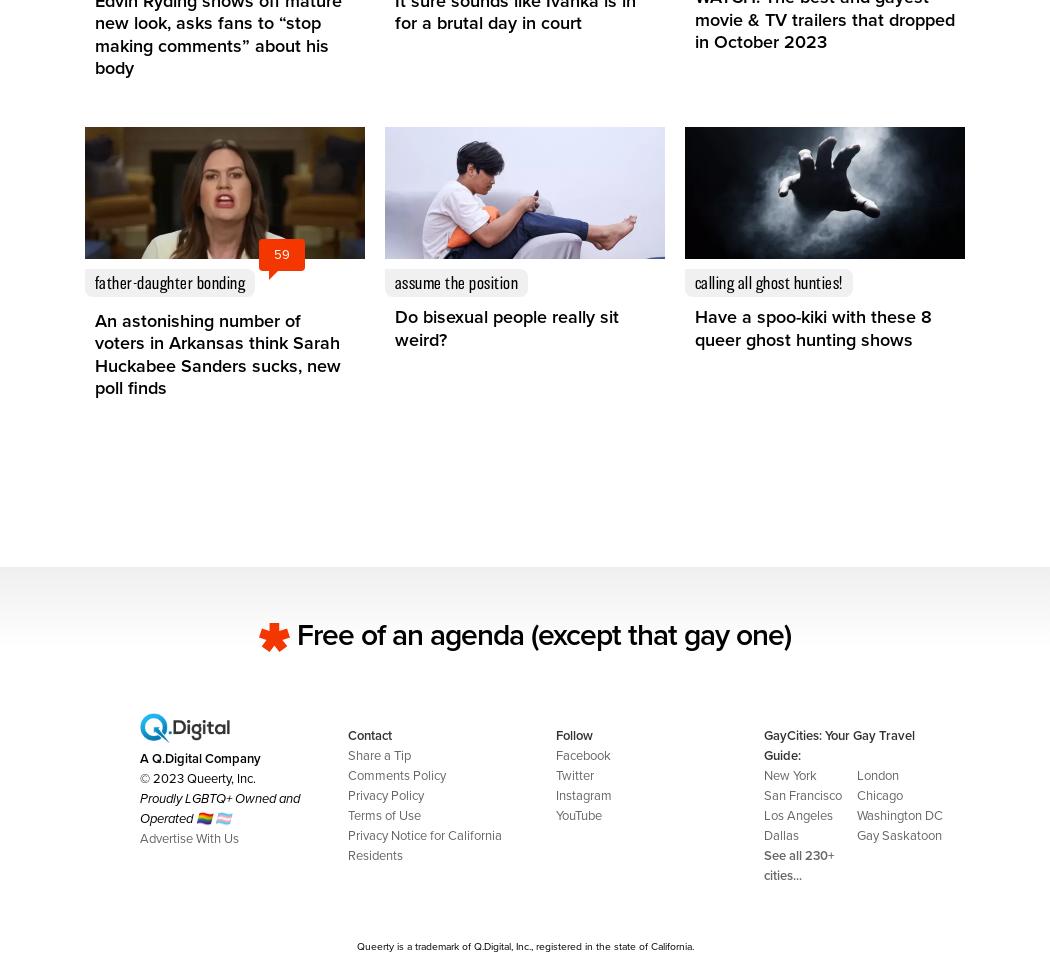 The width and height of the screenshot is (1050, 974). Describe the element at coordinates (802, 794) in the screenshot. I see `'San Francisco'` at that location.